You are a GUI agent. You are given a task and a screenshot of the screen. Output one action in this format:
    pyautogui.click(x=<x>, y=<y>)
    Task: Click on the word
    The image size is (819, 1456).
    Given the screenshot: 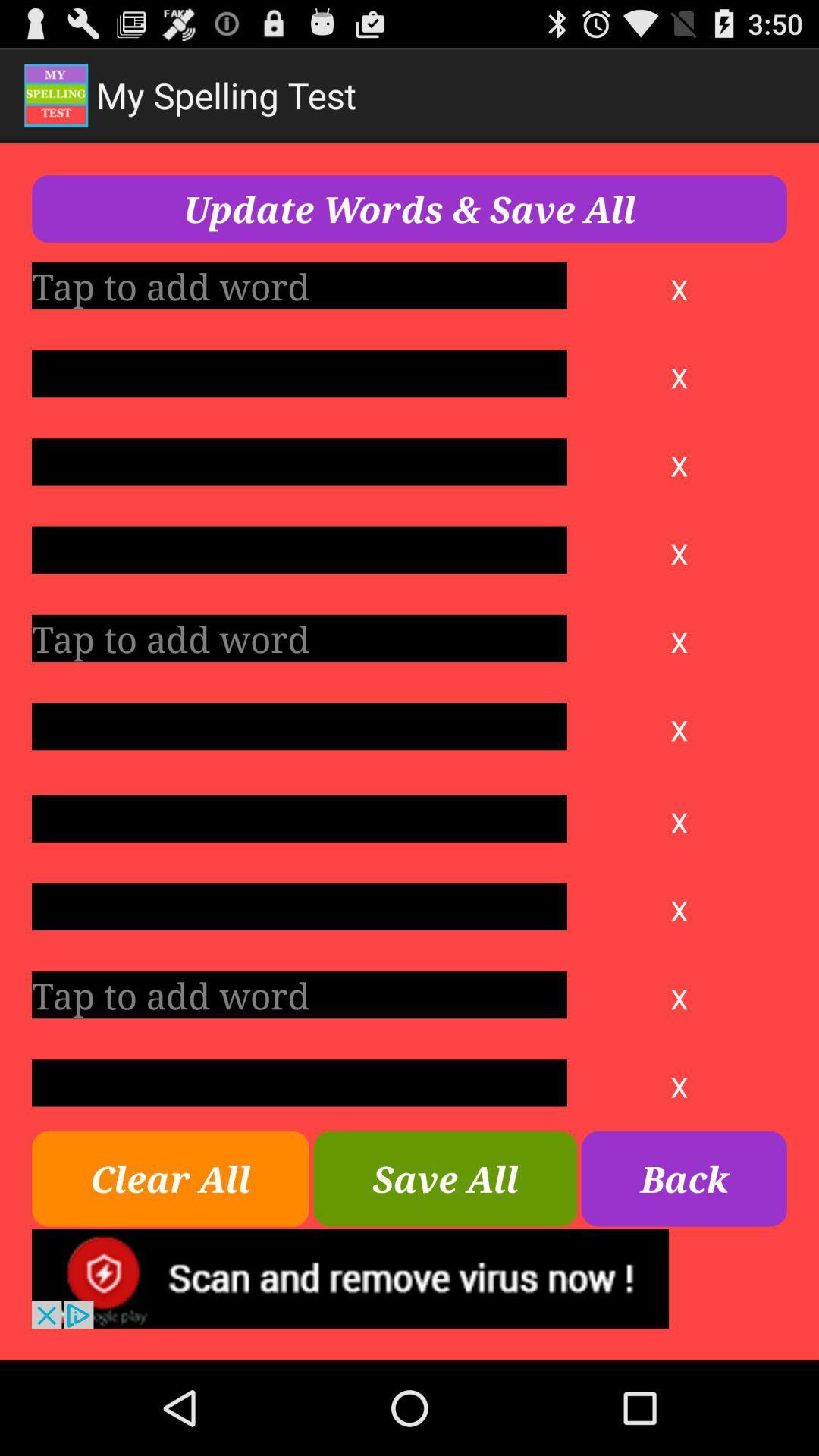 What is the action you would take?
    pyautogui.click(x=299, y=906)
    